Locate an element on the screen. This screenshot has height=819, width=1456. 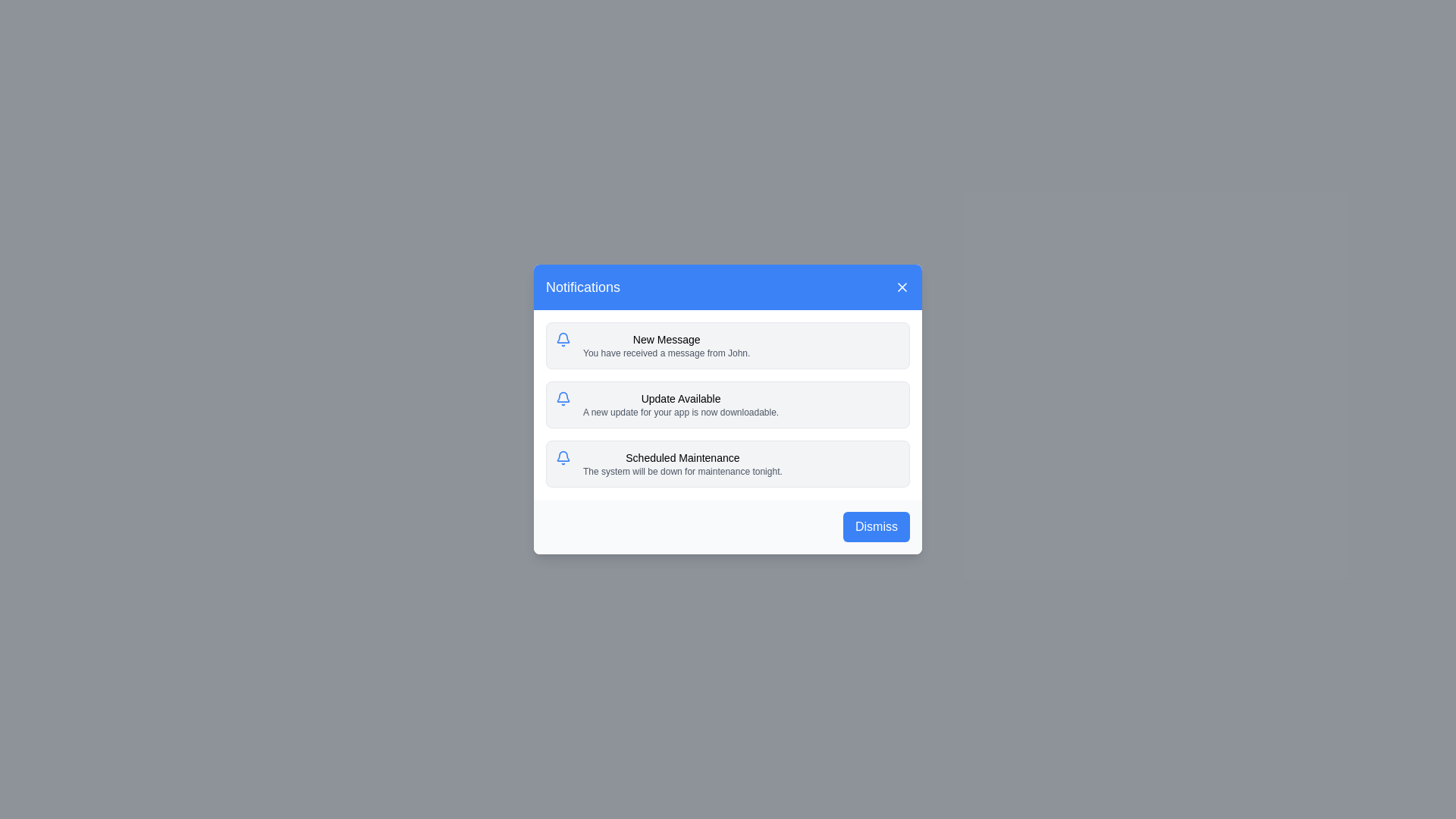
the third notification card in the Notifications dialog box that displays information about the upcoming system maintenance event is located at coordinates (728, 463).